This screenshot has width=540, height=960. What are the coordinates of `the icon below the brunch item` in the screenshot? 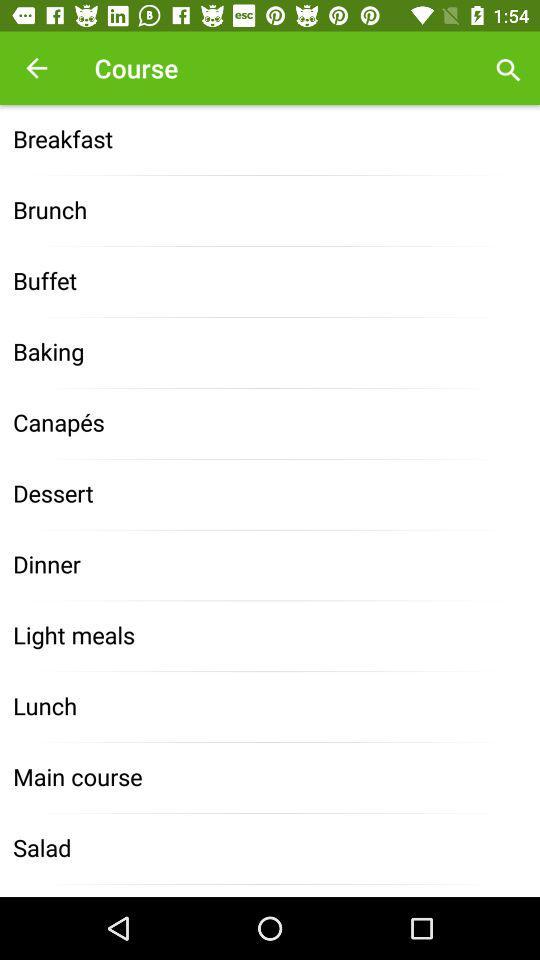 It's located at (270, 281).